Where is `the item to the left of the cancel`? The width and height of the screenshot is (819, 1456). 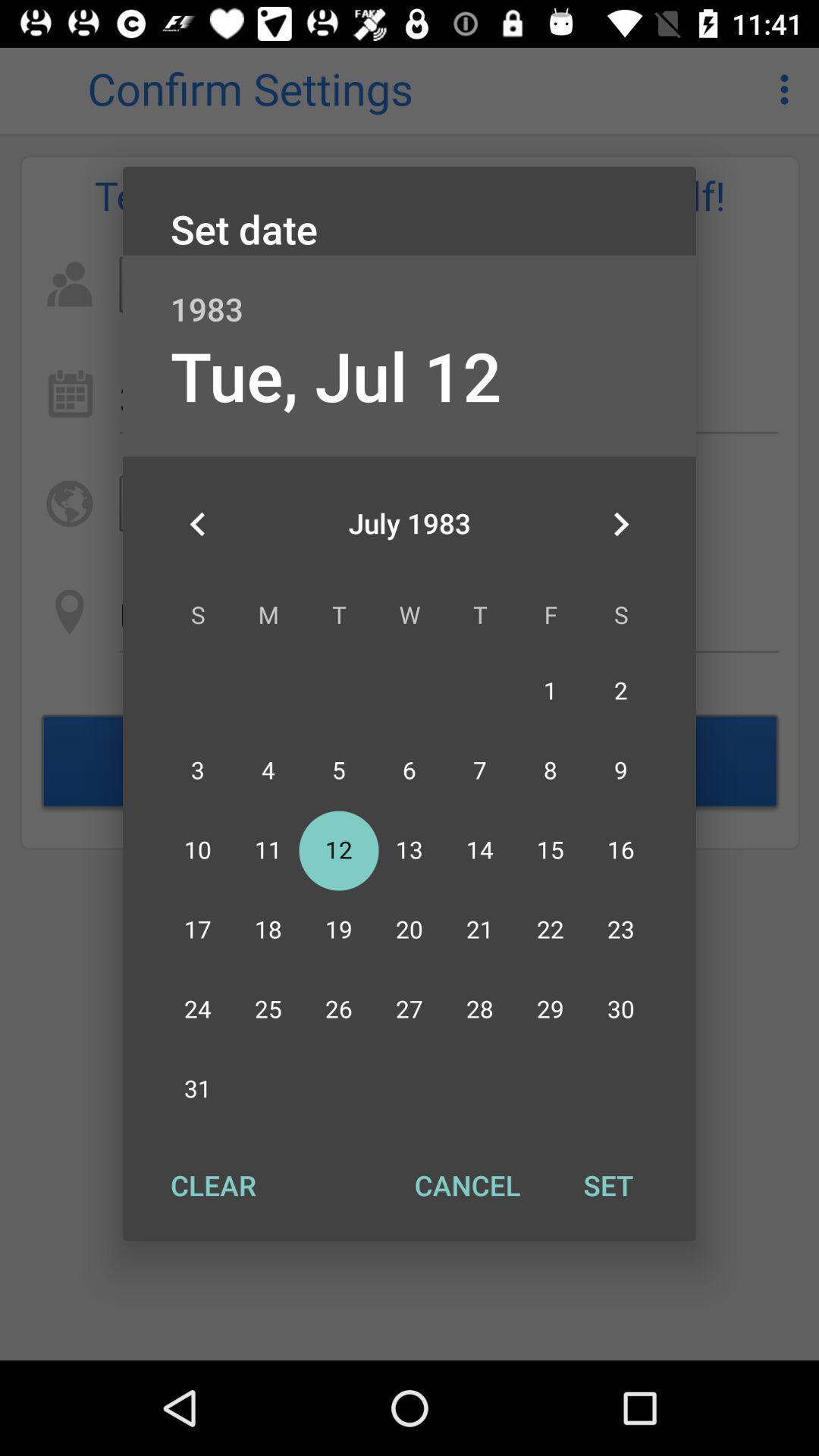
the item to the left of the cancel is located at coordinates (213, 1185).